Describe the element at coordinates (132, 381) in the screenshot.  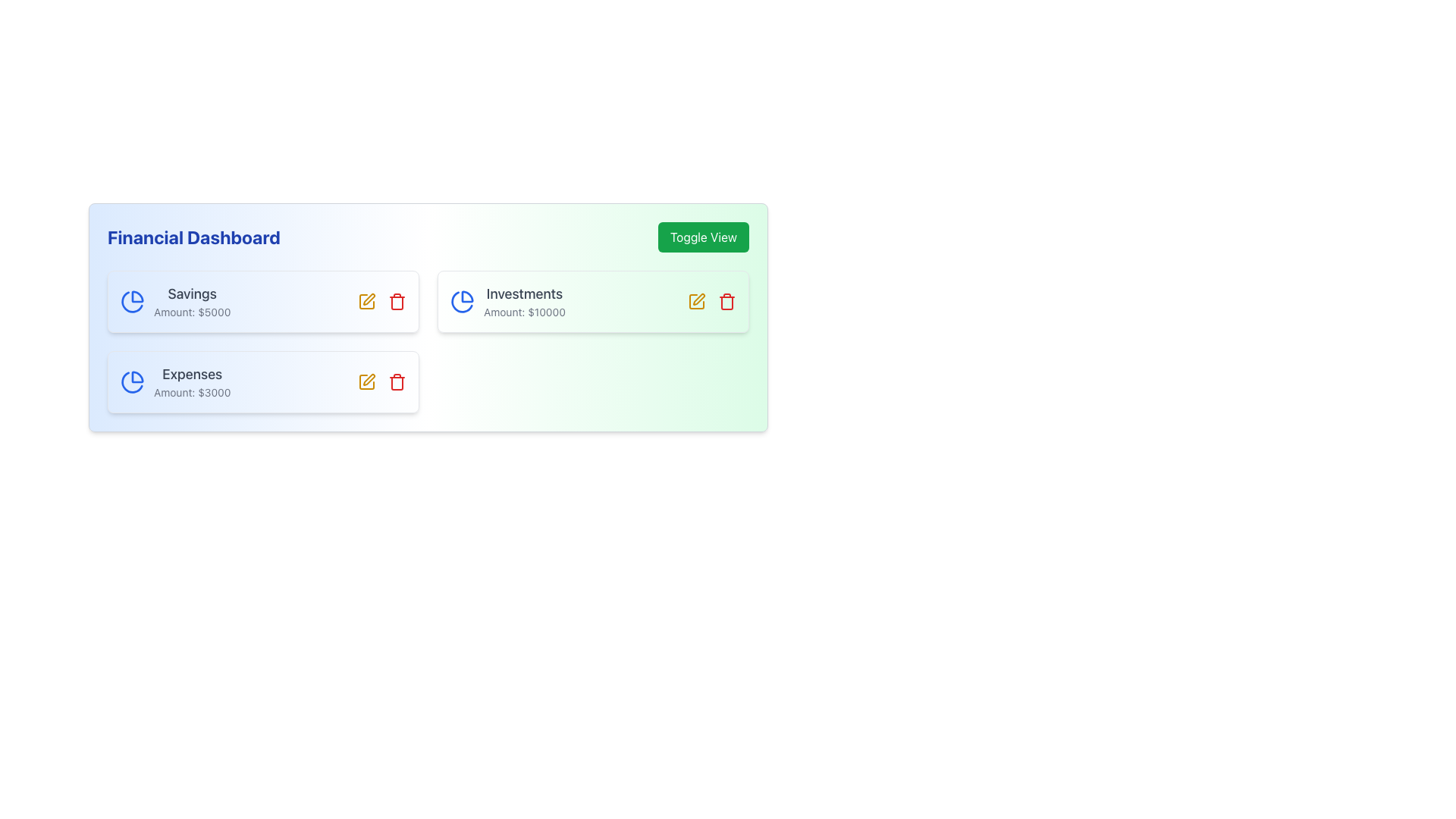
I see `the 'Expenses' icon located on the leftmost side of the 'Expenses' section in the financial dashboard` at that location.